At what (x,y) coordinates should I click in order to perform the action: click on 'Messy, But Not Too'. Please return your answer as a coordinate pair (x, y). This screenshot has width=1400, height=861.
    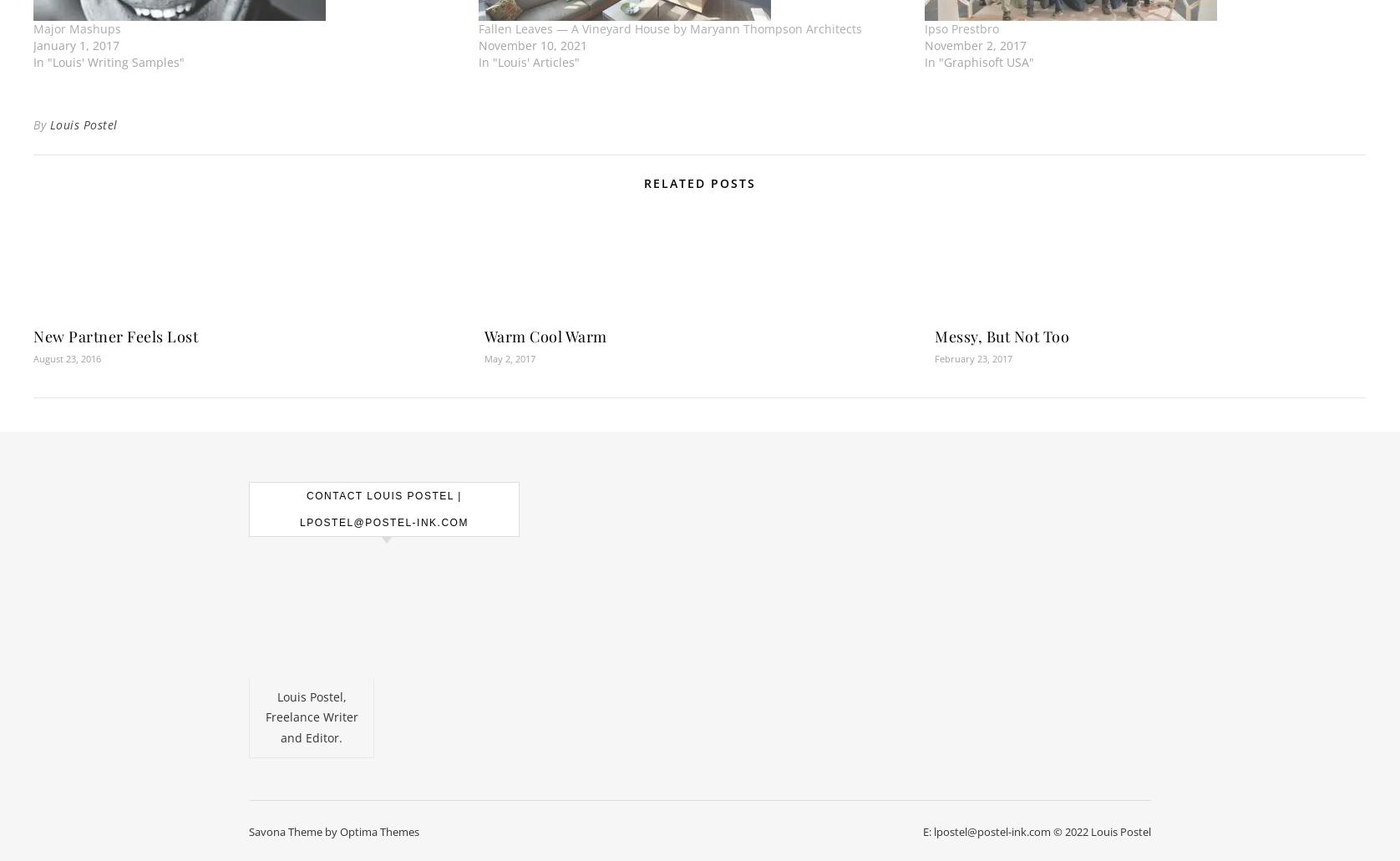
    Looking at the image, I should click on (1001, 336).